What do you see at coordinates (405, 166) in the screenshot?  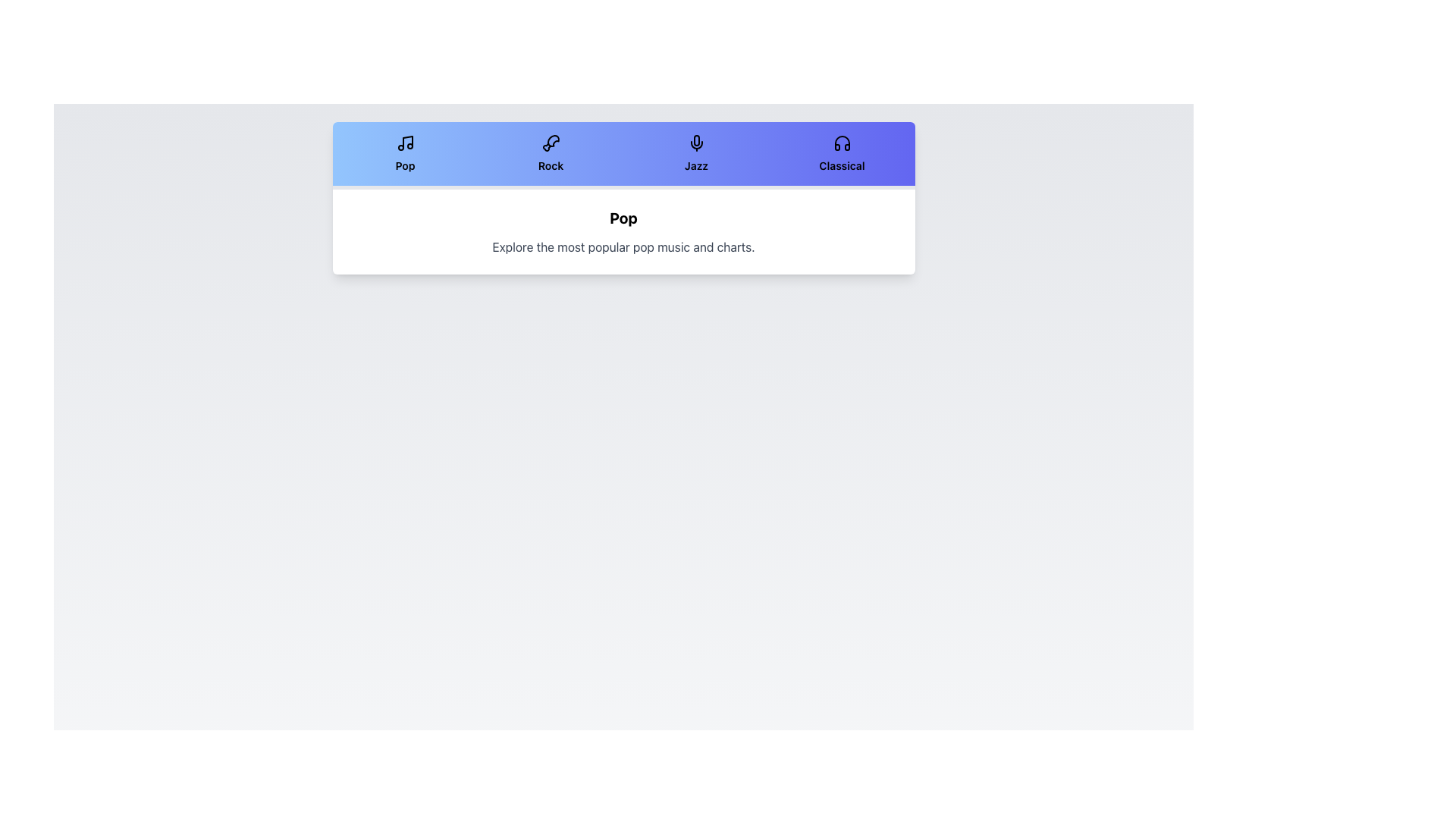 I see `the text label displaying 'Pop'` at bounding box center [405, 166].